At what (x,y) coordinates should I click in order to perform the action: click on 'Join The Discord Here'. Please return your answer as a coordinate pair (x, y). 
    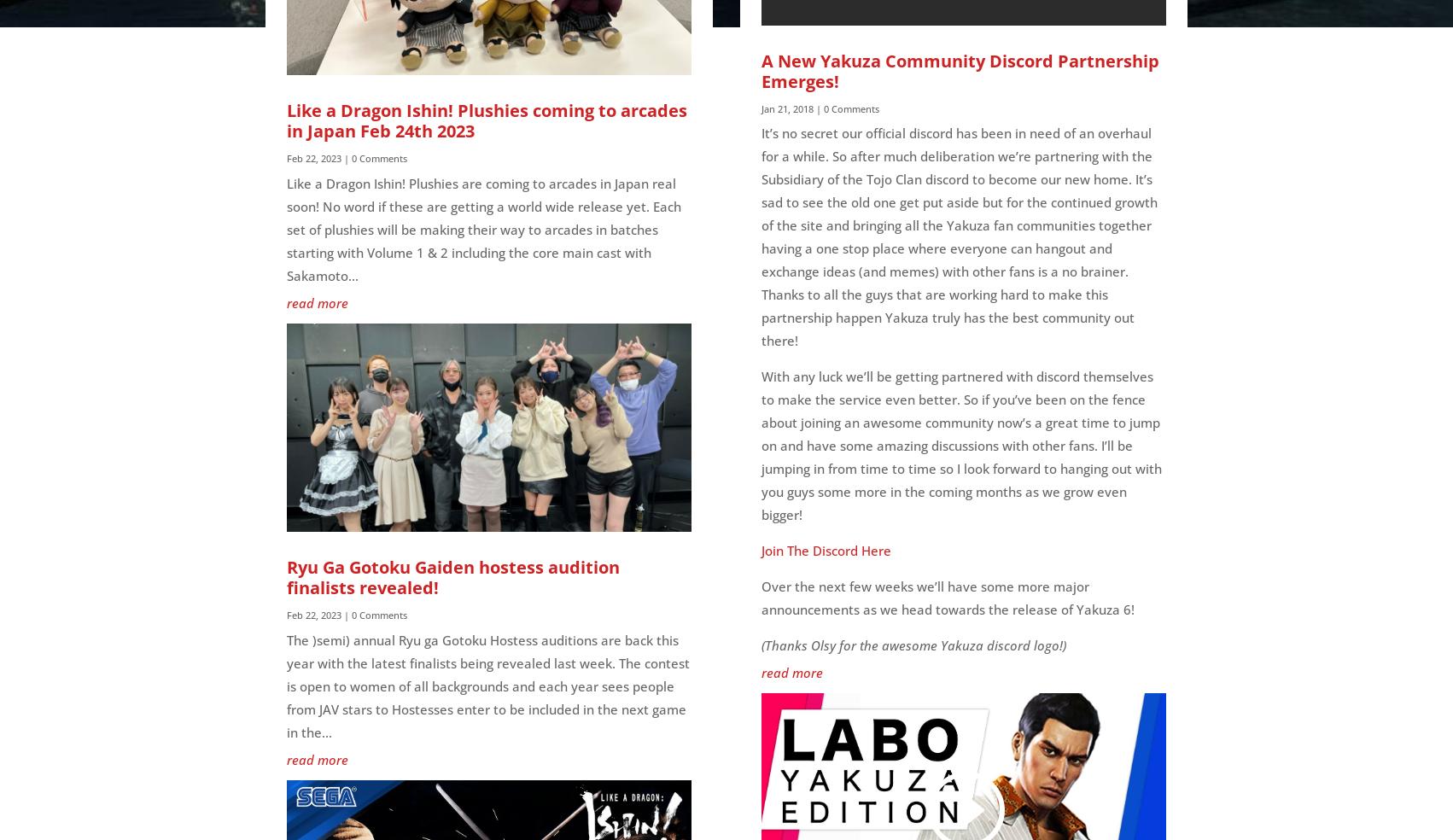
    Looking at the image, I should click on (762, 551).